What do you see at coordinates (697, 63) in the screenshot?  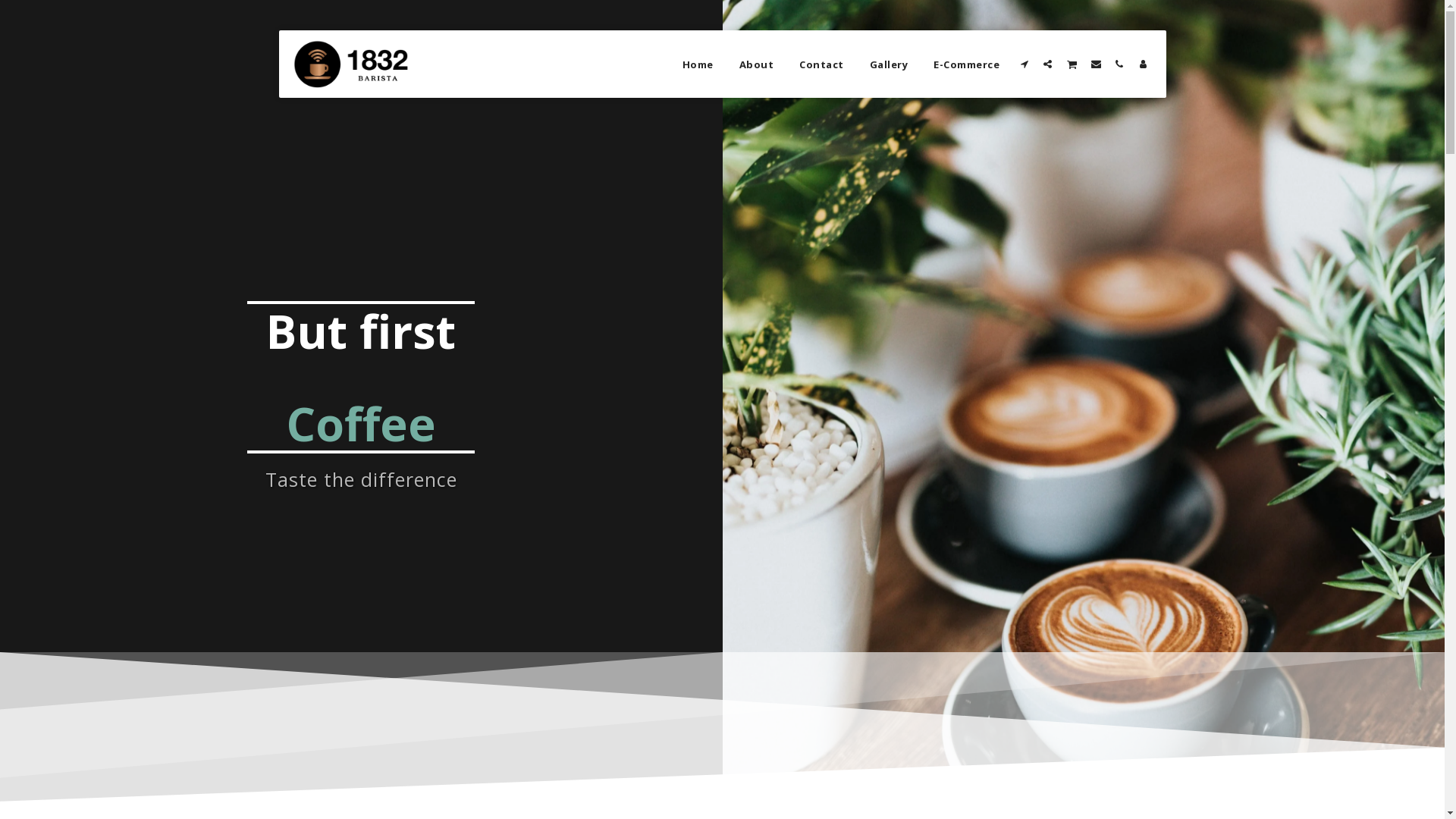 I see `'Home'` at bounding box center [697, 63].